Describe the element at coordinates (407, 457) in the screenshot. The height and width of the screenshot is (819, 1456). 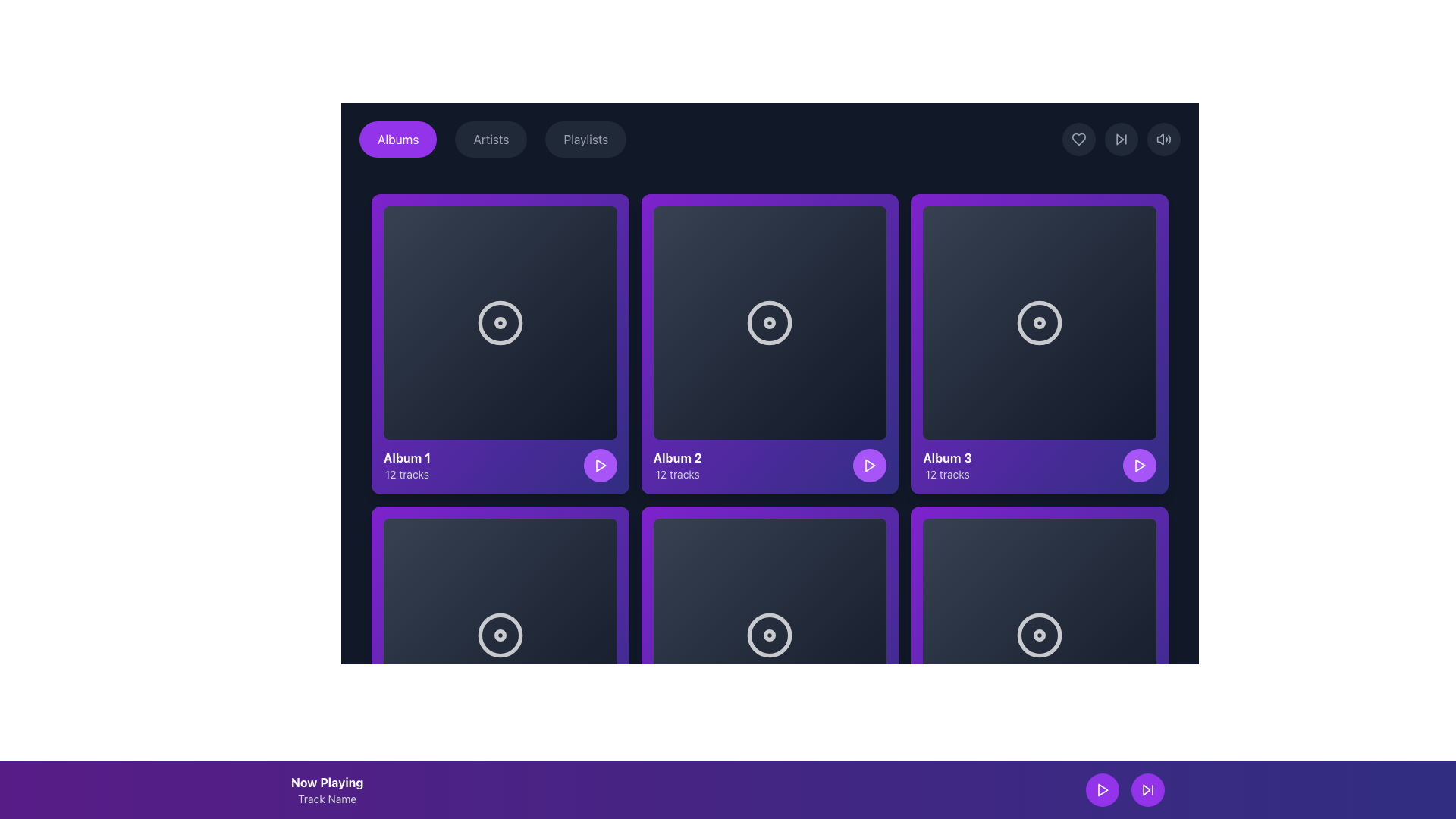
I see `text label displaying 'Album 1' which is styled with bold white text on a purple background, located in the lower-left portion of the interface within the first cell of the grid layout of album items` at that location.